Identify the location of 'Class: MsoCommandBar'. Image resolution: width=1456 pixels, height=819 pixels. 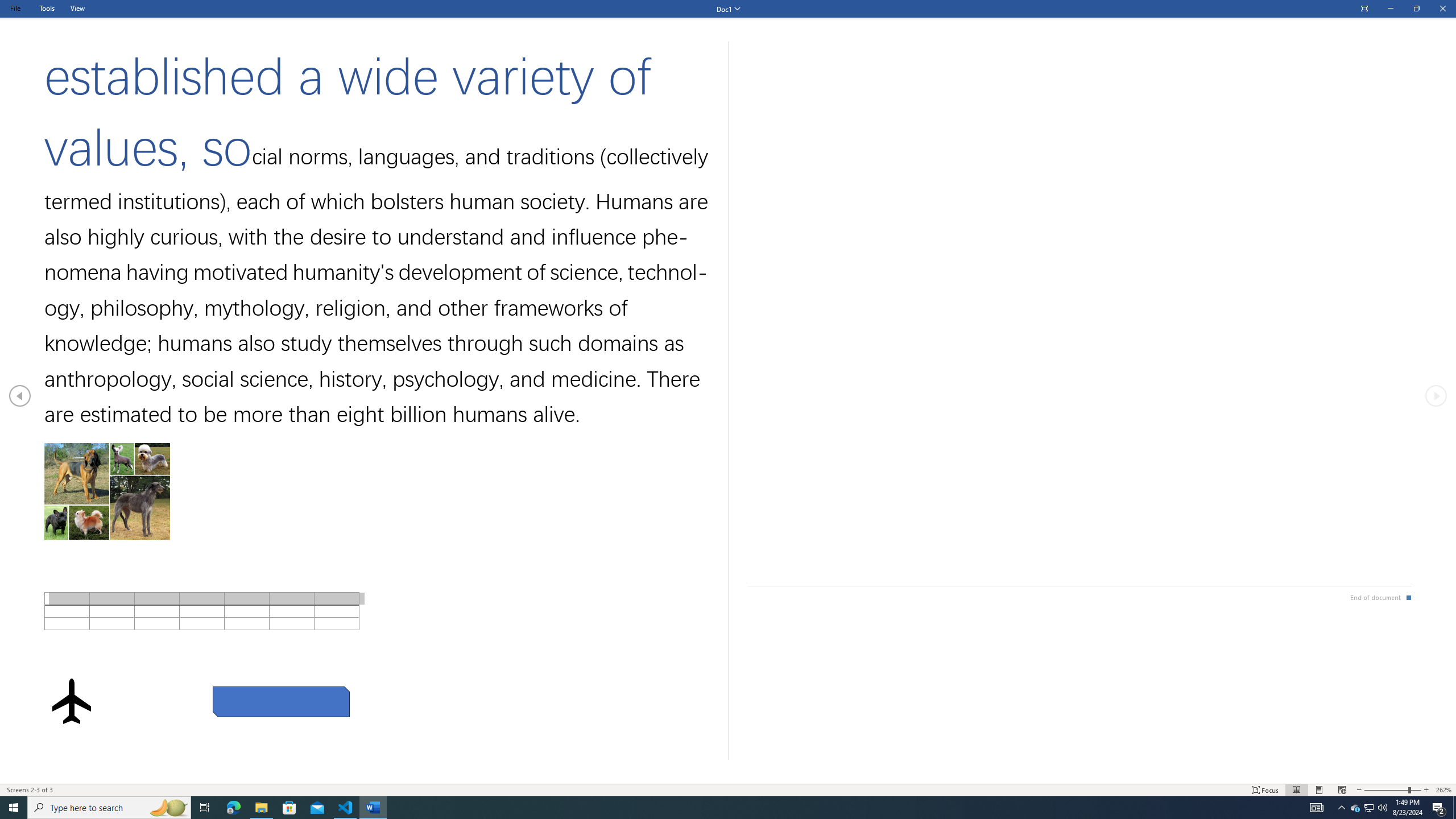
(728, 789).